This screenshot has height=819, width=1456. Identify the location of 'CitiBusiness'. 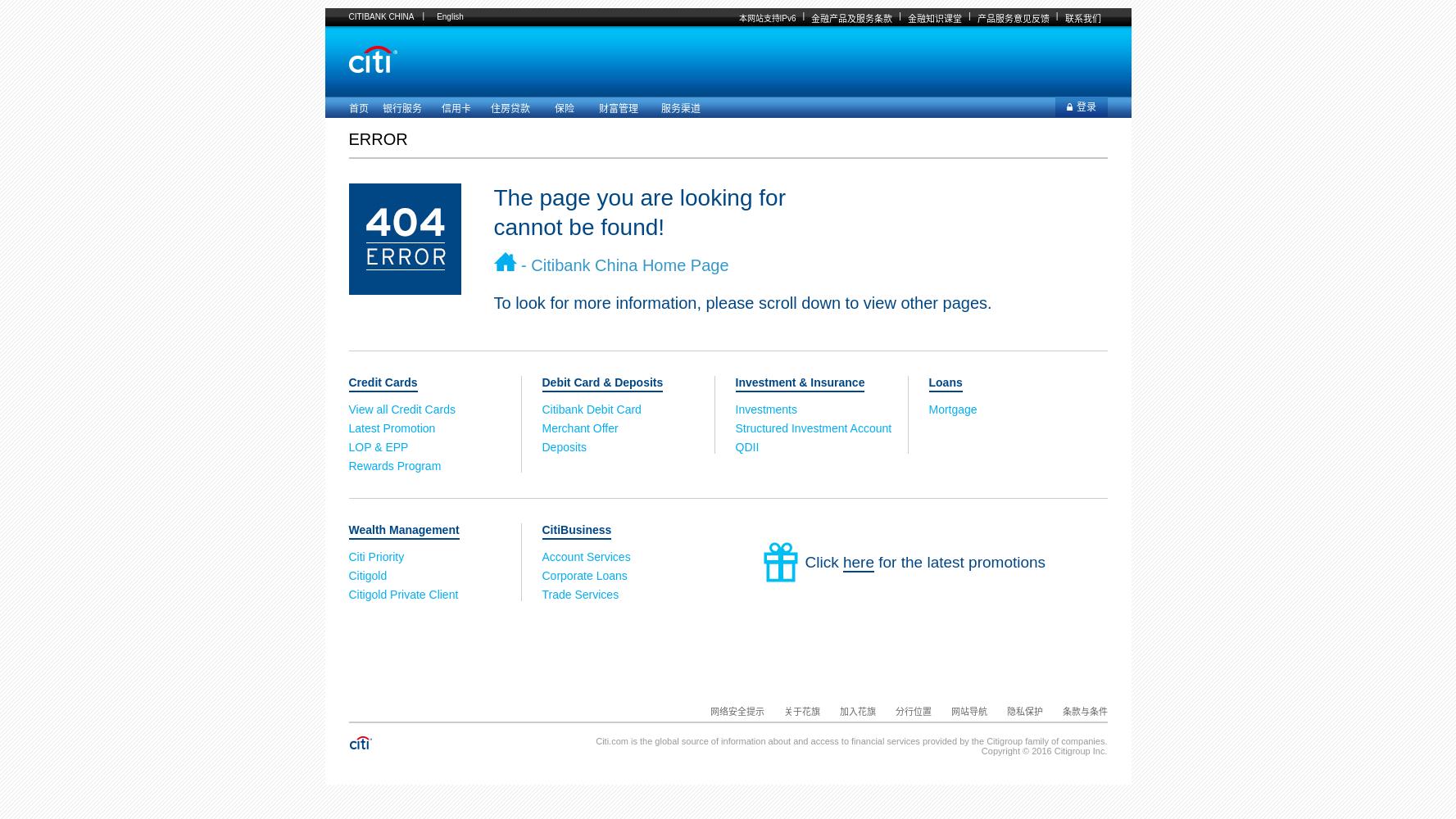
(575, 530).